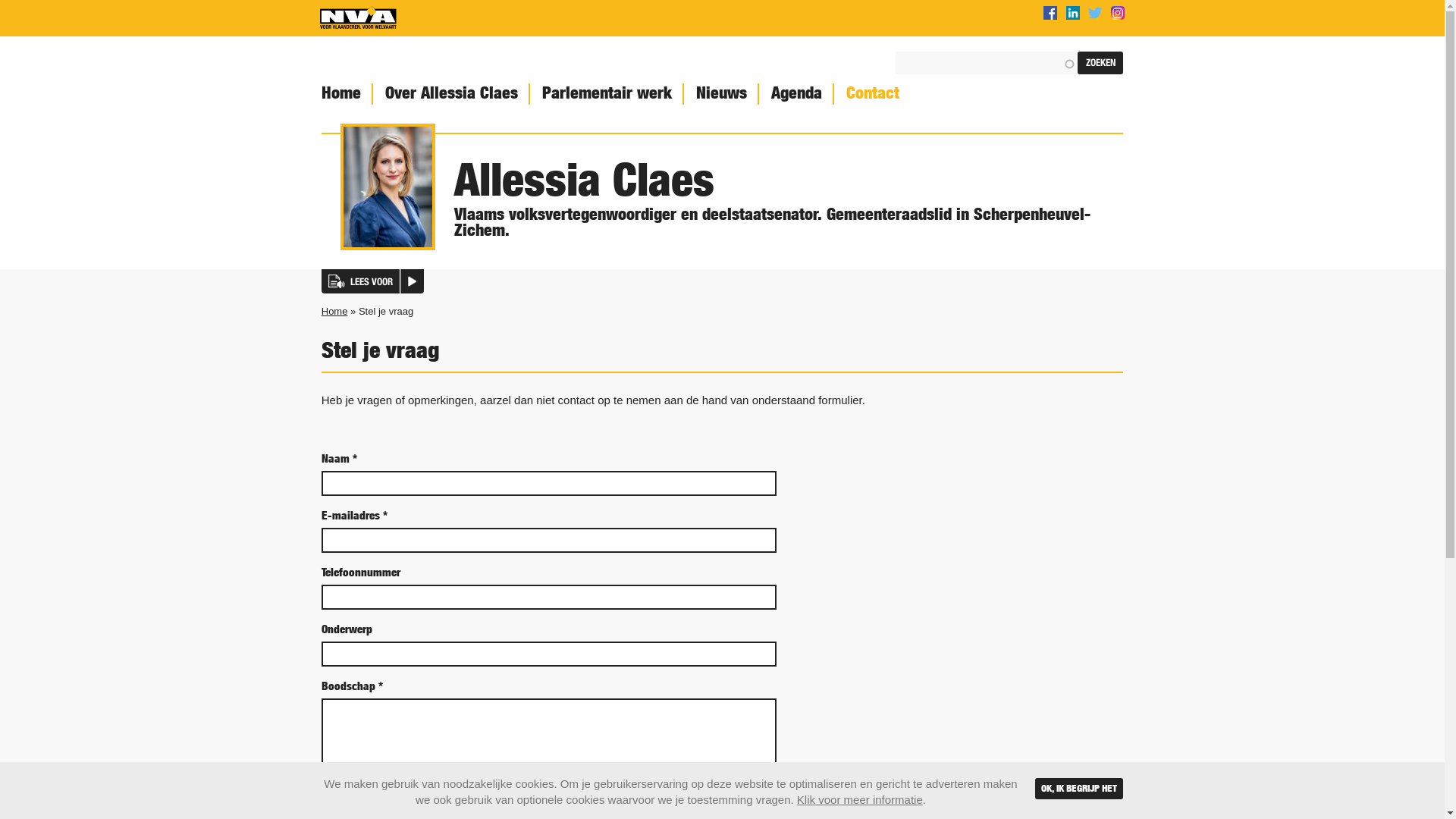 Image resolution: width=1456 pixels, height=819 pixels. What do you see at coordinates (986, 62) in the screenshot?
I see `'Geef de woorden op waarnaar u wilt zoeken.'` at bounding box center [986, 62].